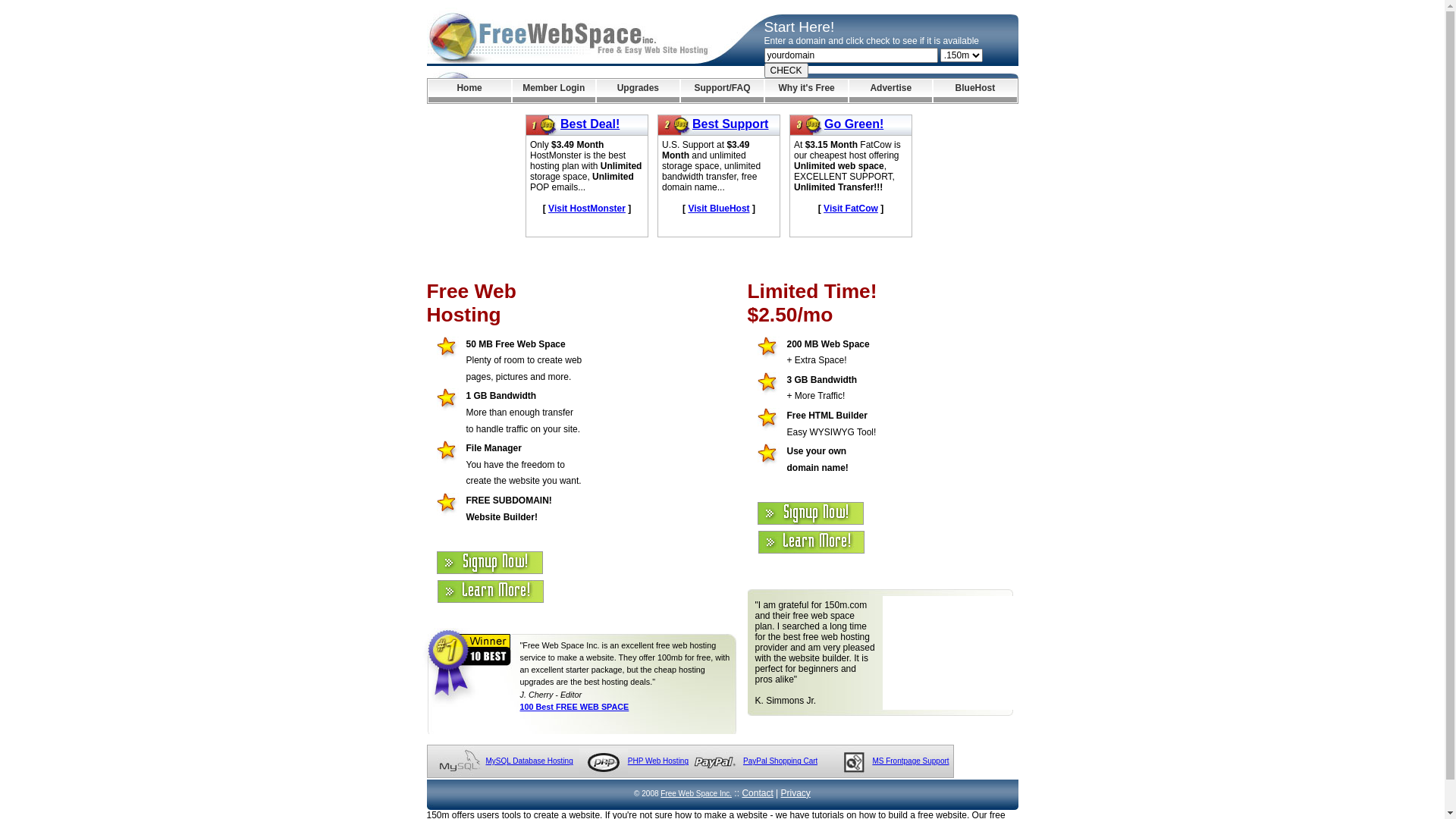 This screenshot has width=1456, height=819. What do you see at coordinates (596, 90) in the screenshot?
I see `'Upgrades'` at bounding box center [596, 90].